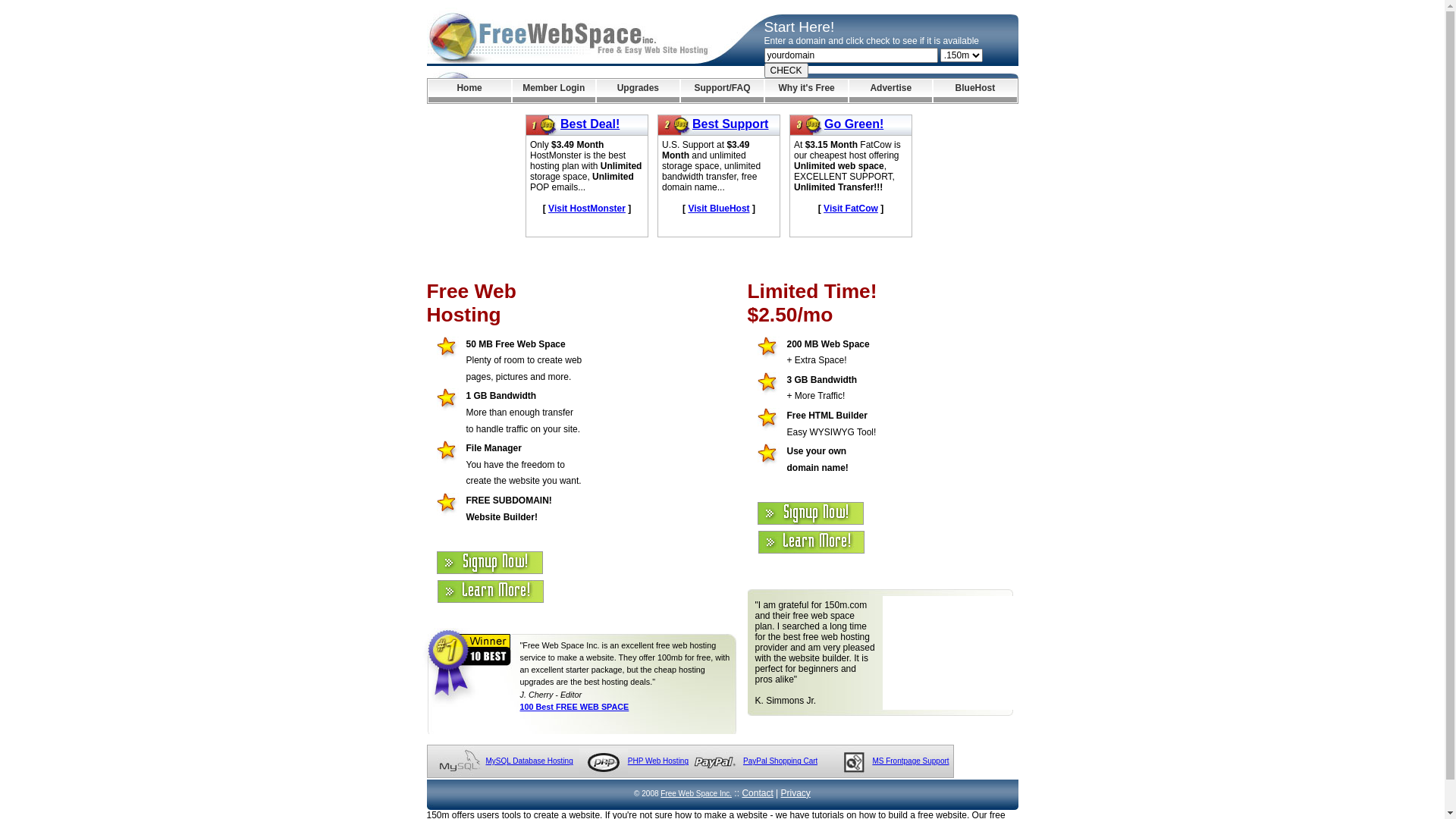 This screenshot has width=1456, height=819. What do you see at coordinates (596, 90) in the screenshot?
I see `'Upgrades'` at bounding box center [596, 90].